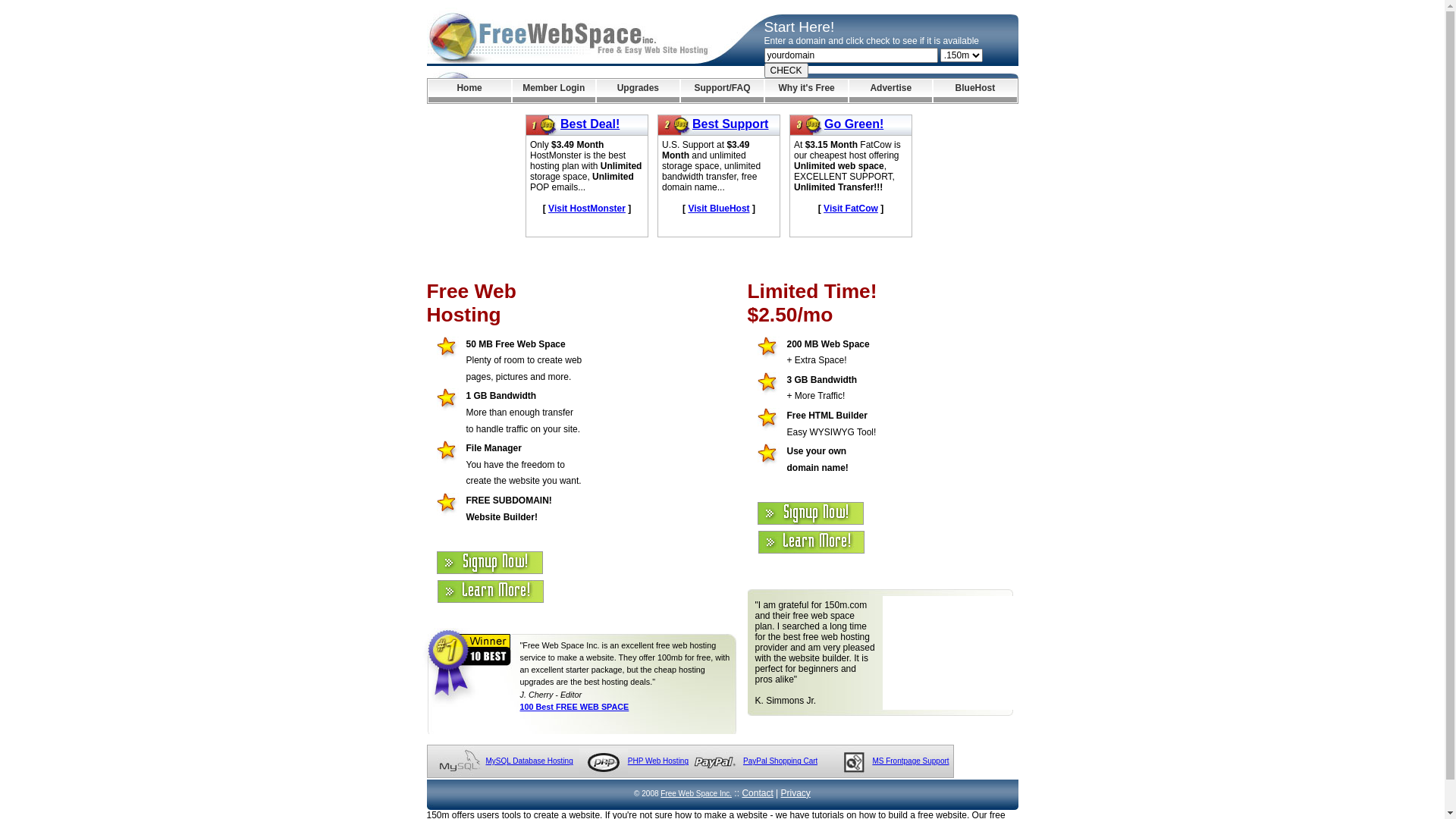 This screenshot has width=1456, height=819. What do you see at coordinates (596, 90) in the screenshot?
I see `'Upgrades'` at bounding box center [596, 90].